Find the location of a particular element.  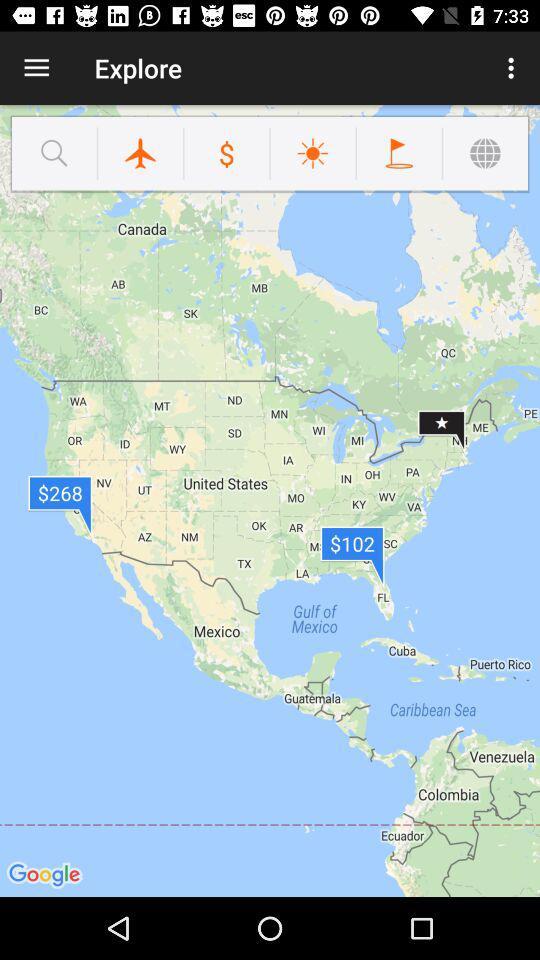

icon next to explore icon is located at coordinates (513, 68).